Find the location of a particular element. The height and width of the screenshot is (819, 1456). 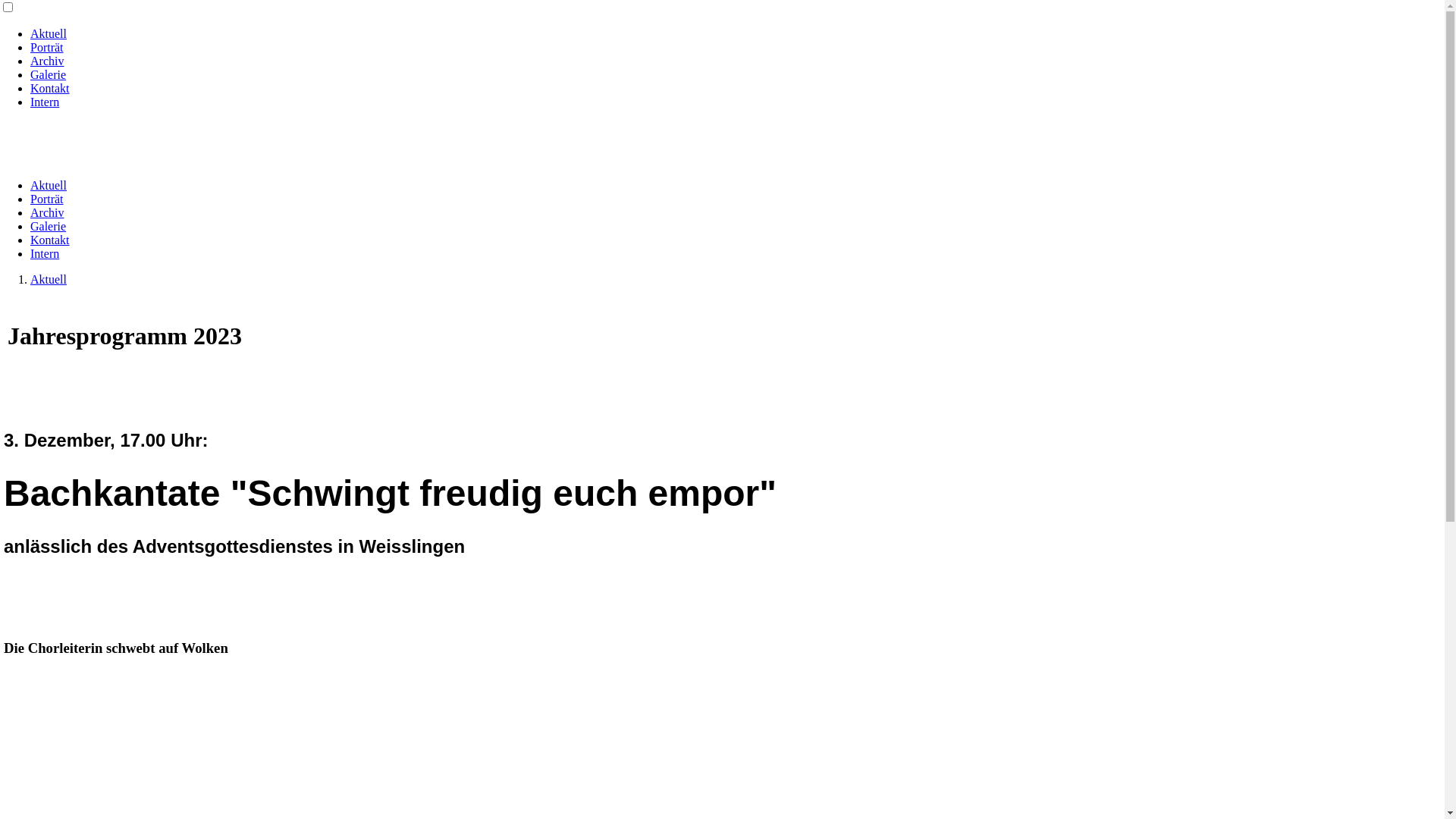

'Galerie' is located at coordinates (48, 226).